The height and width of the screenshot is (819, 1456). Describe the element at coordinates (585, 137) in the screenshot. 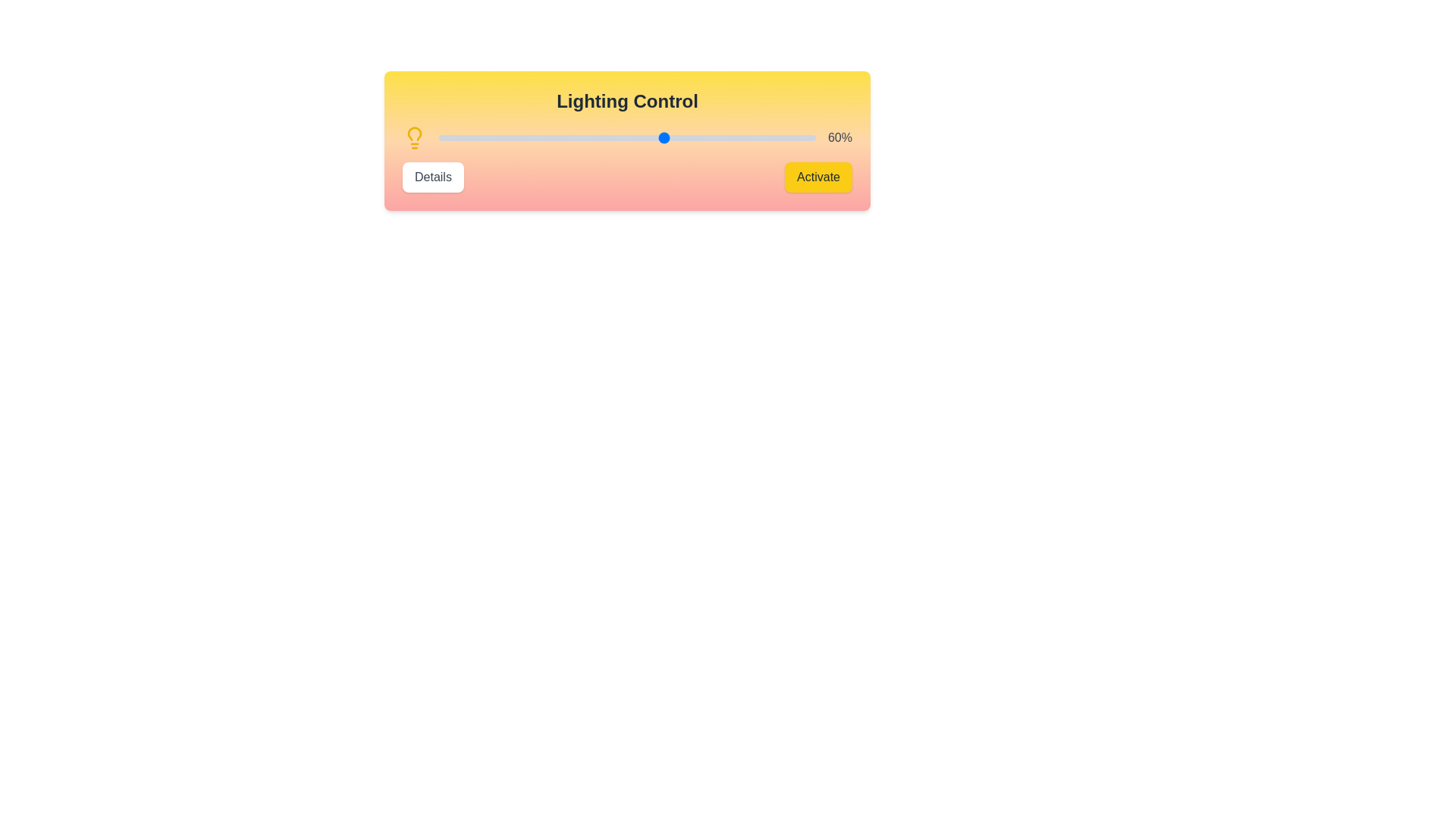

I see `the lighting intensity to 39% by interacting with the slider` at that location.